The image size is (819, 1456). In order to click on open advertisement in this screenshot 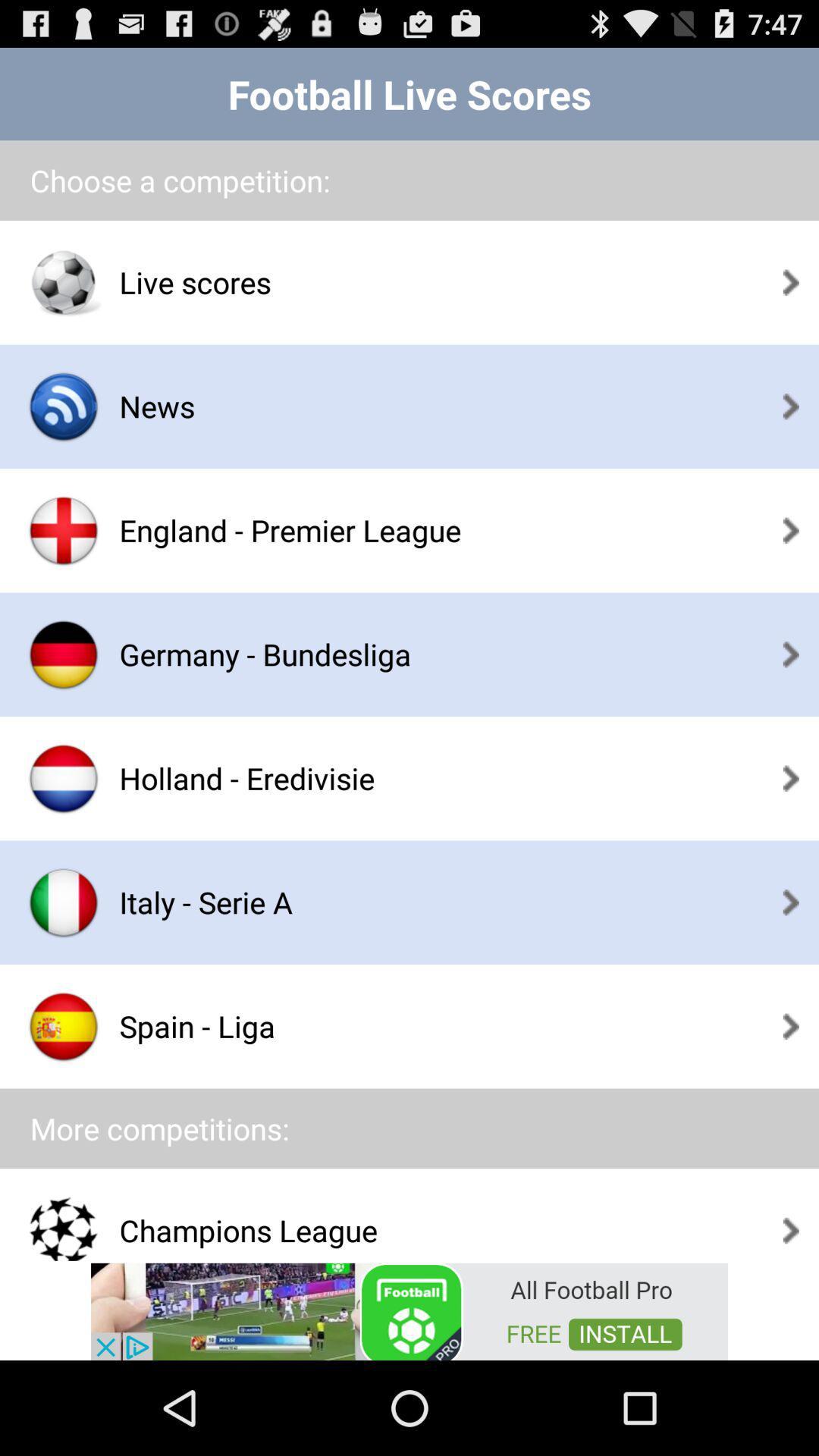, I will do `click(409, 1310)`.